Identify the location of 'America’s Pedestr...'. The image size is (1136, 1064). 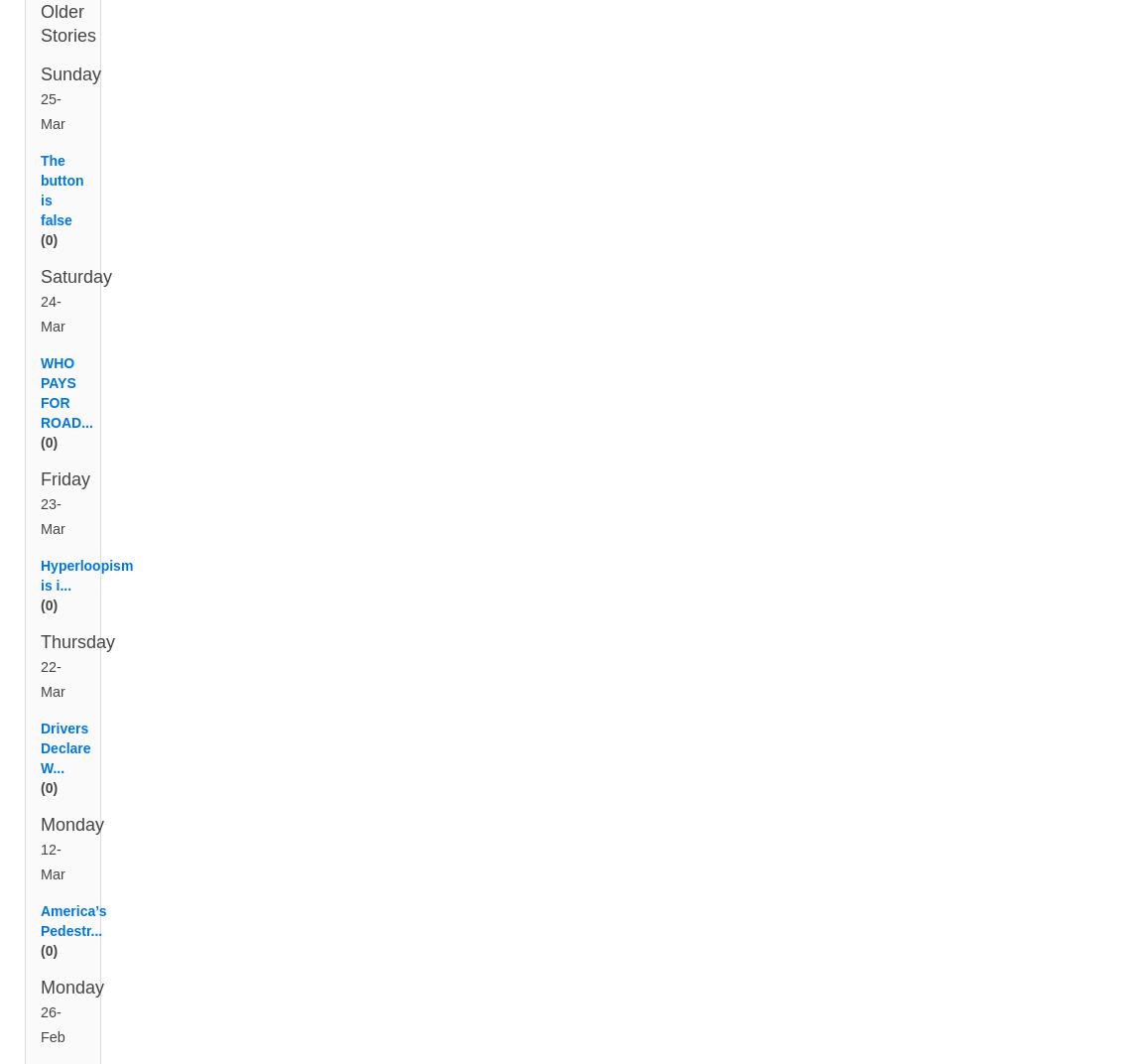
(72, 944).